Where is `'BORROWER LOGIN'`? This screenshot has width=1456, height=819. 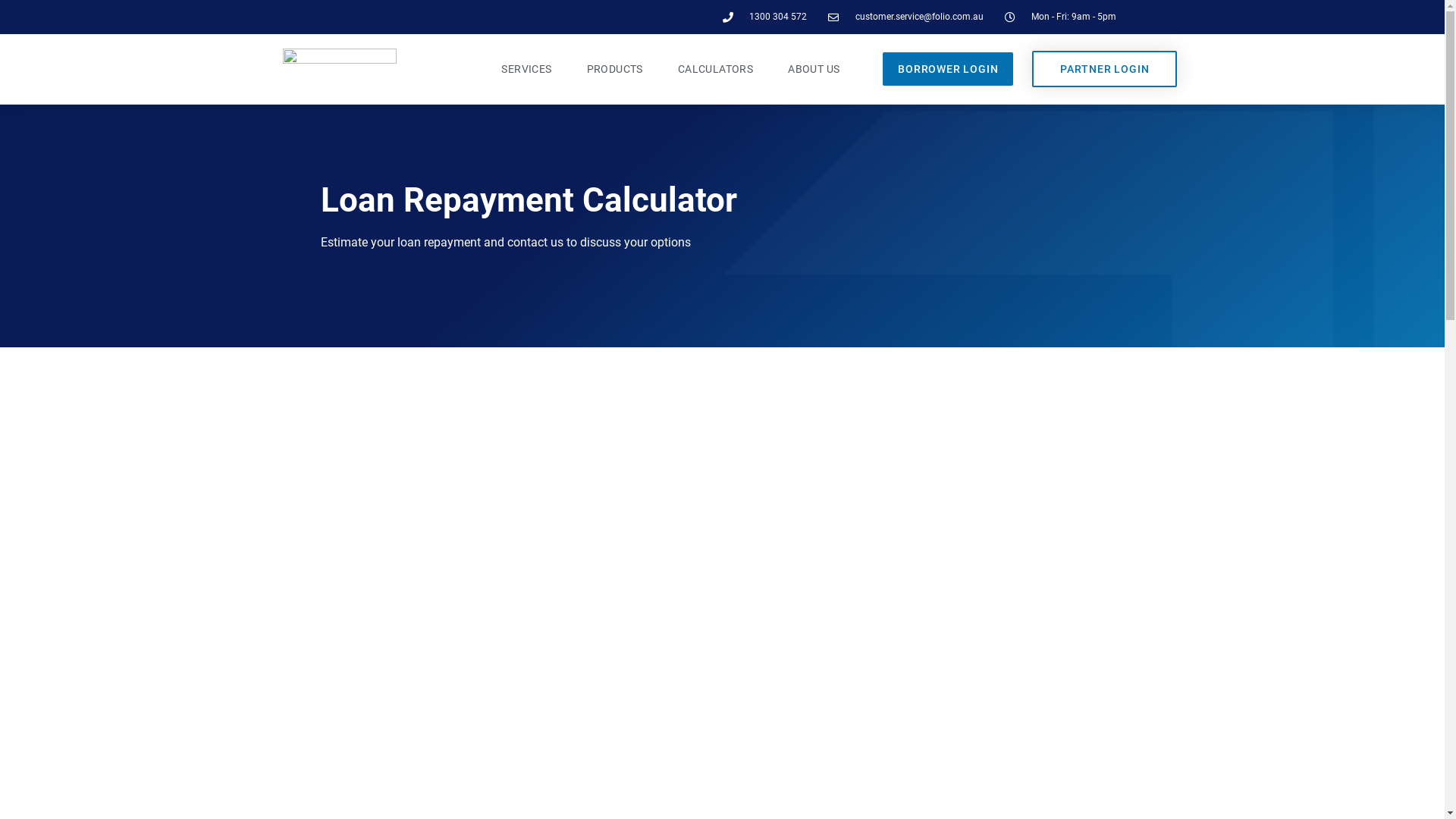
'BORROWER LOGIN' is located at coordinates (946, 69).